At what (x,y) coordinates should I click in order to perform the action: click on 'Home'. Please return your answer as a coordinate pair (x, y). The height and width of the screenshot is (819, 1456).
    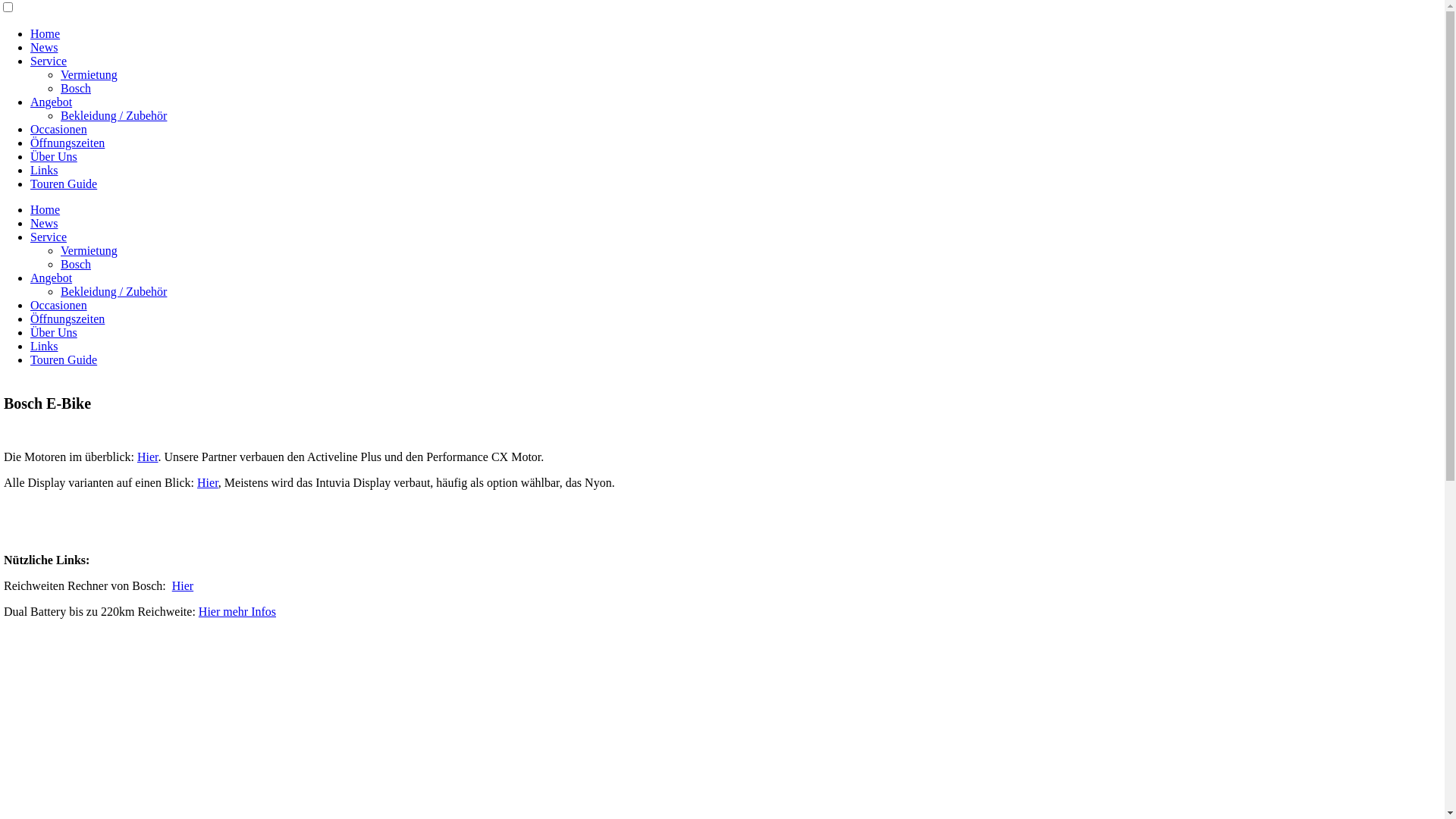
    Looking at the image, I should click on (45, 33).